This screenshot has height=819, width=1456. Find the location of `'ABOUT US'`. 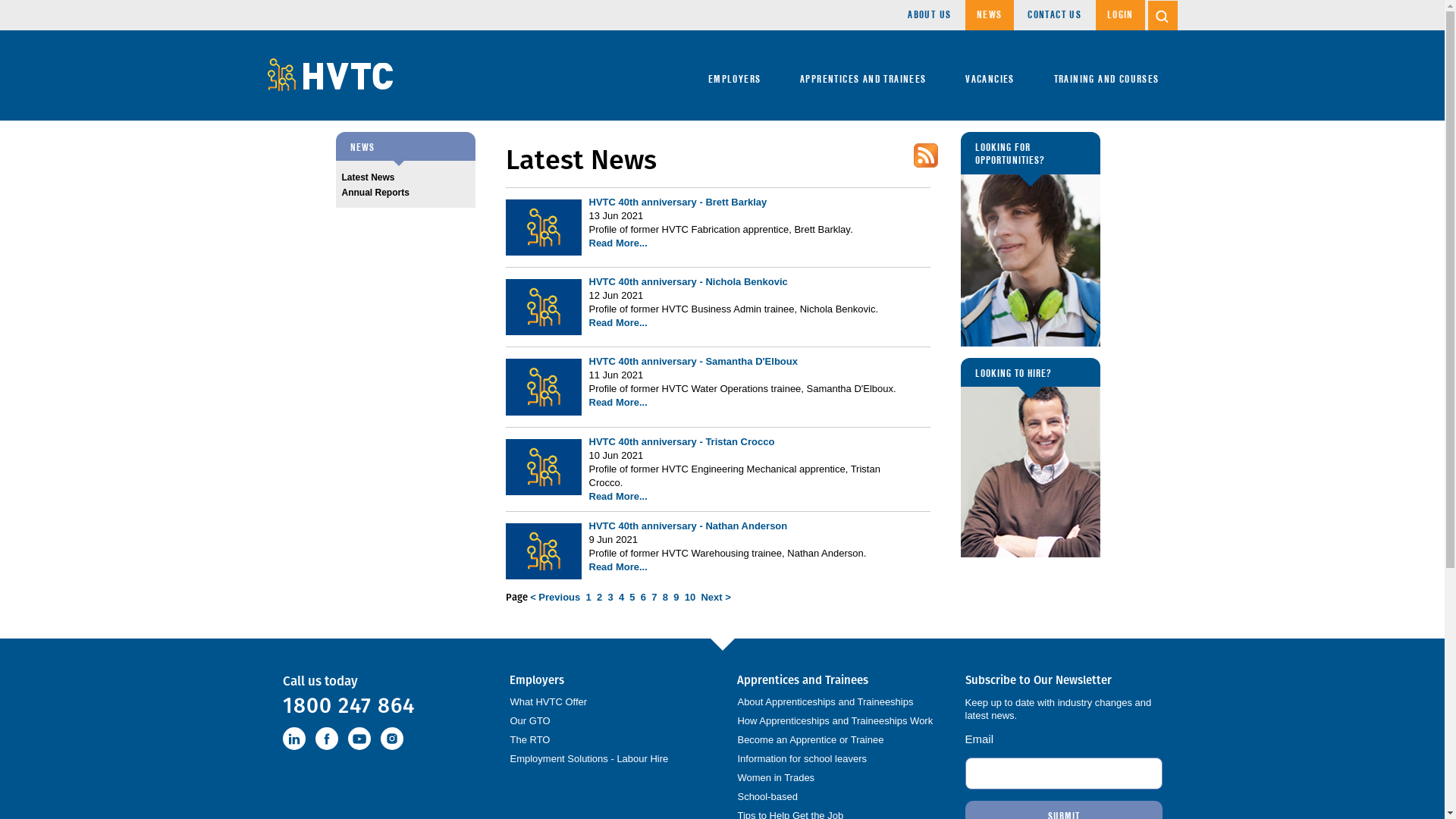

'ABOUT US' is located at coordinates (928, 14).